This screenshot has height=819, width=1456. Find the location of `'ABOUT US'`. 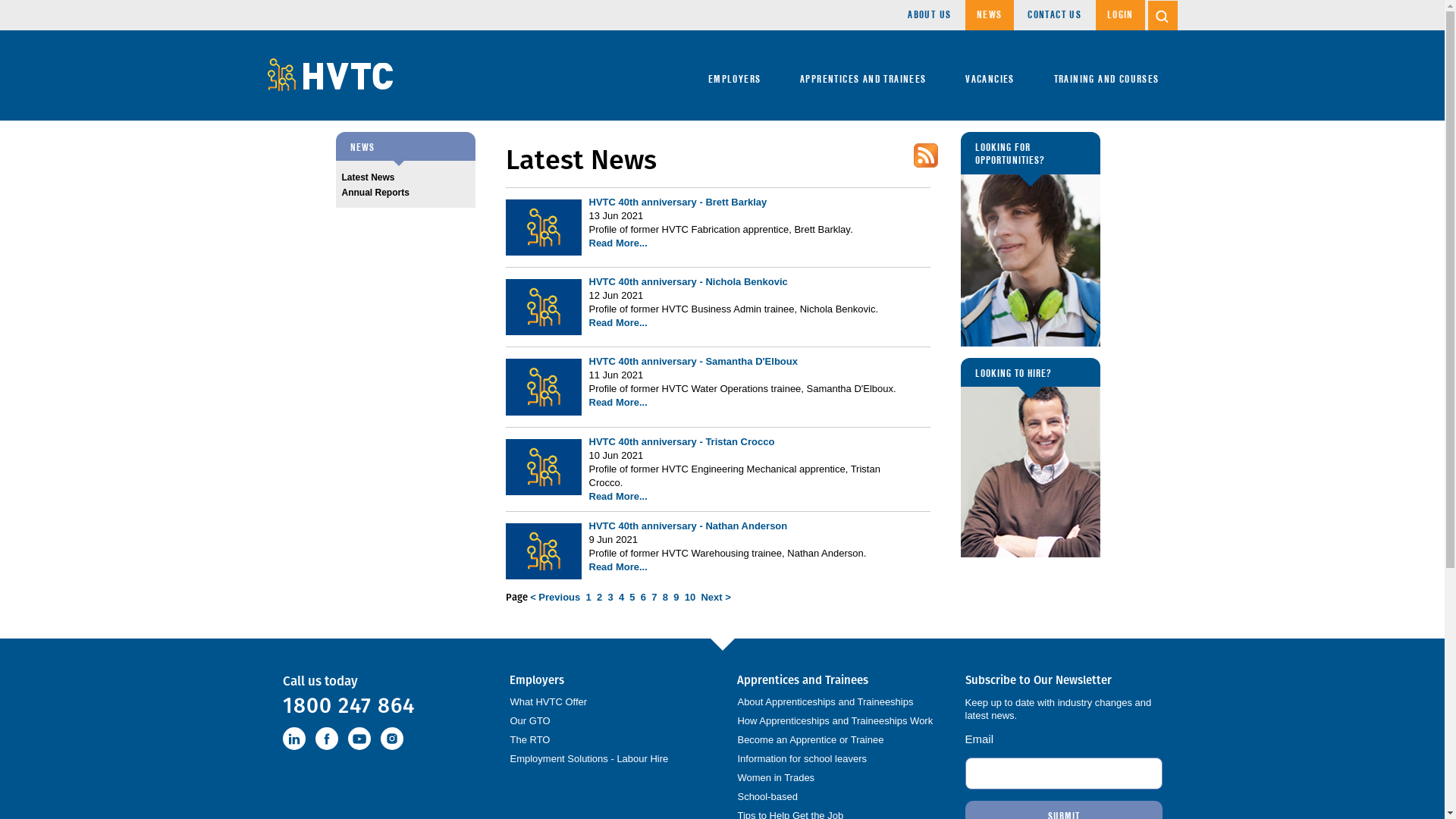

'ABOUT US' is located at coordinates (928, 14).